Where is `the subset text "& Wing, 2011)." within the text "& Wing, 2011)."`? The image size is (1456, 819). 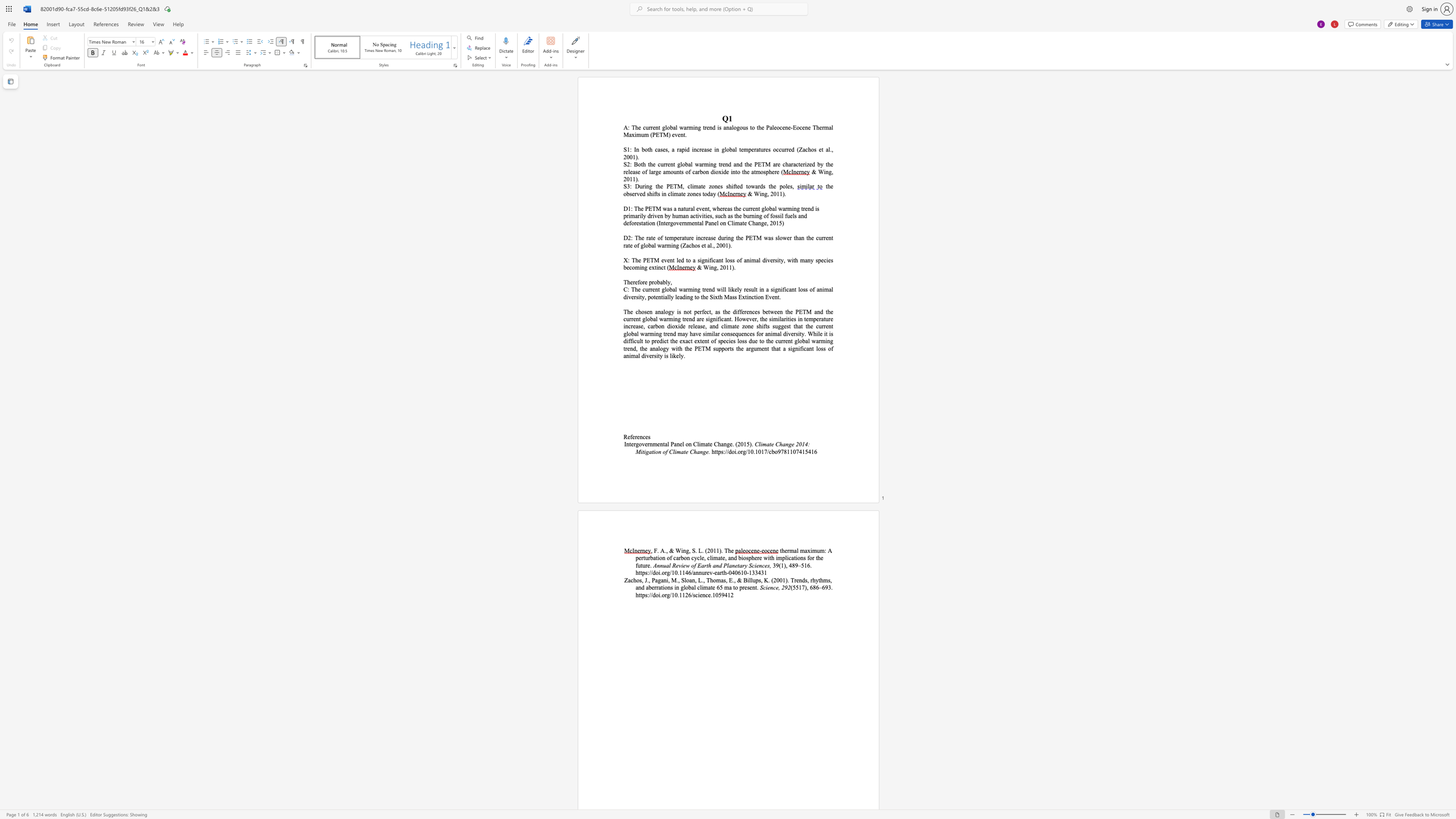 the subset text "& Wing, 2011)." within the text "& Wing, 2011)." is located at coordinates (696, 267).